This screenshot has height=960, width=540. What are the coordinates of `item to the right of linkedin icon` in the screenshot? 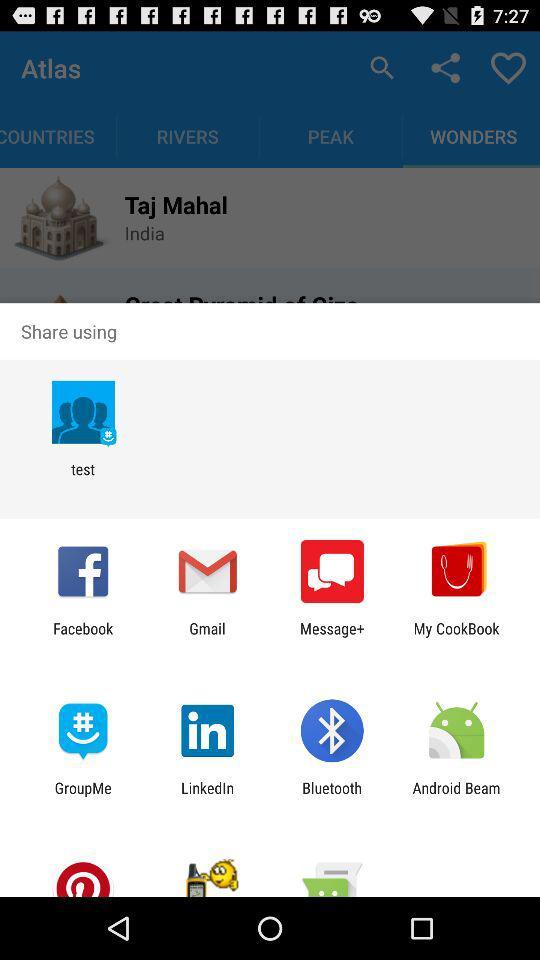 It's located at (332, 796).